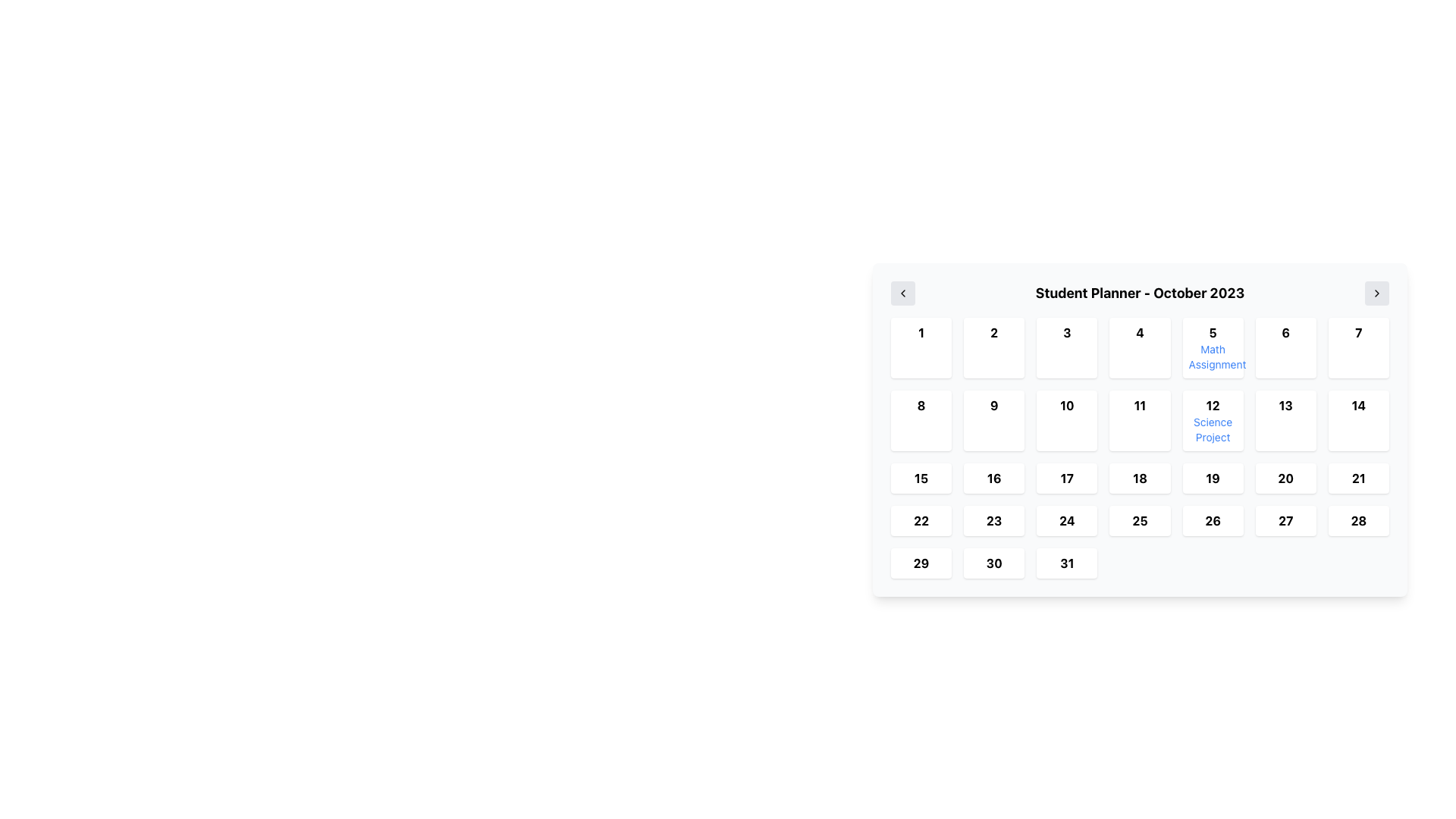 This screenshot has height=819, width=1456. Describe the element at coordinates (1285, 421) in the screenshot. I see `the calendar date tile displaying the number '13'` at that location.